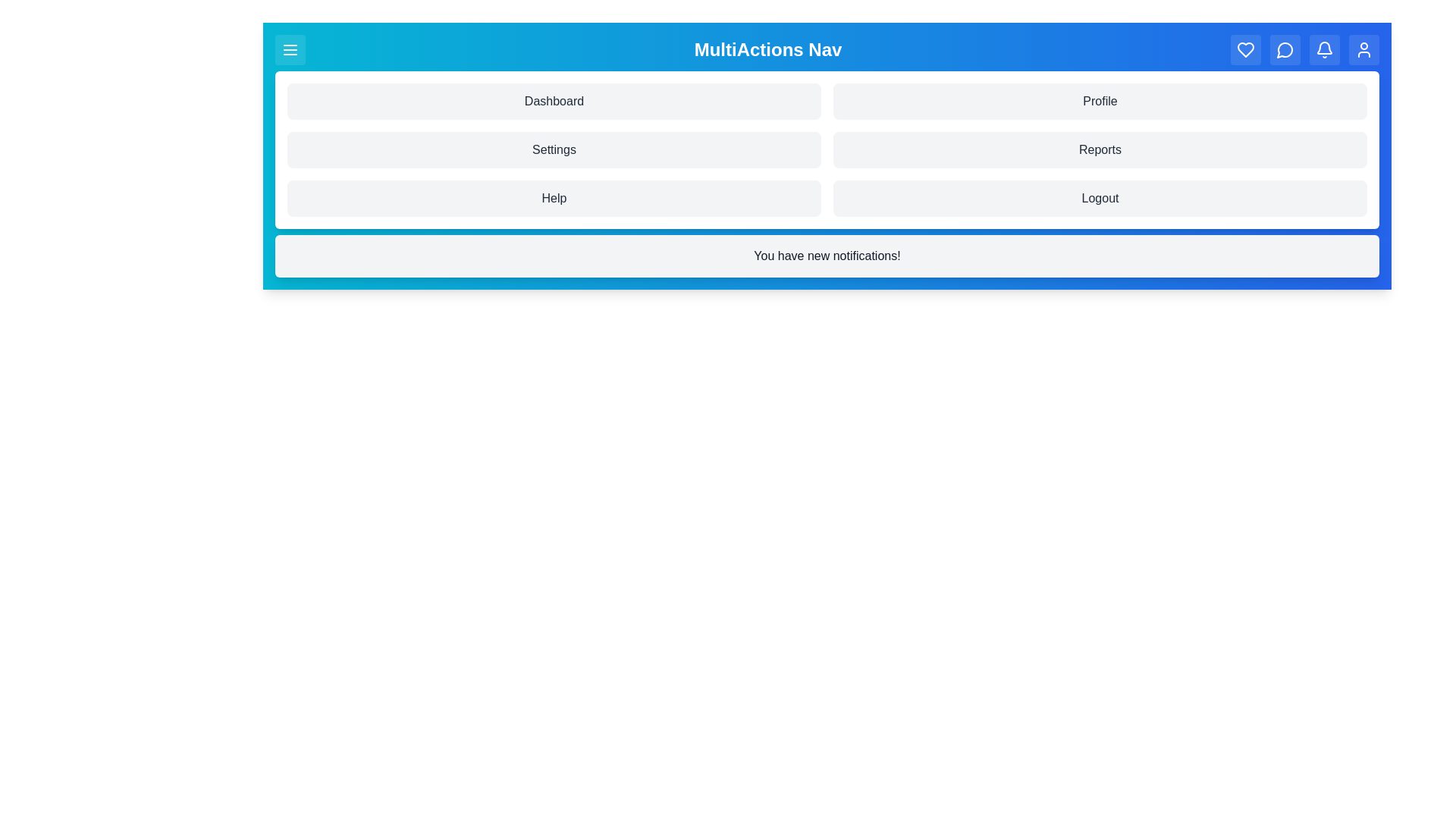 Image resolution: width=1456 pixels, height=819 pixels. I want to click on the menu button to toggle the menu visibility, so click(290, 49).